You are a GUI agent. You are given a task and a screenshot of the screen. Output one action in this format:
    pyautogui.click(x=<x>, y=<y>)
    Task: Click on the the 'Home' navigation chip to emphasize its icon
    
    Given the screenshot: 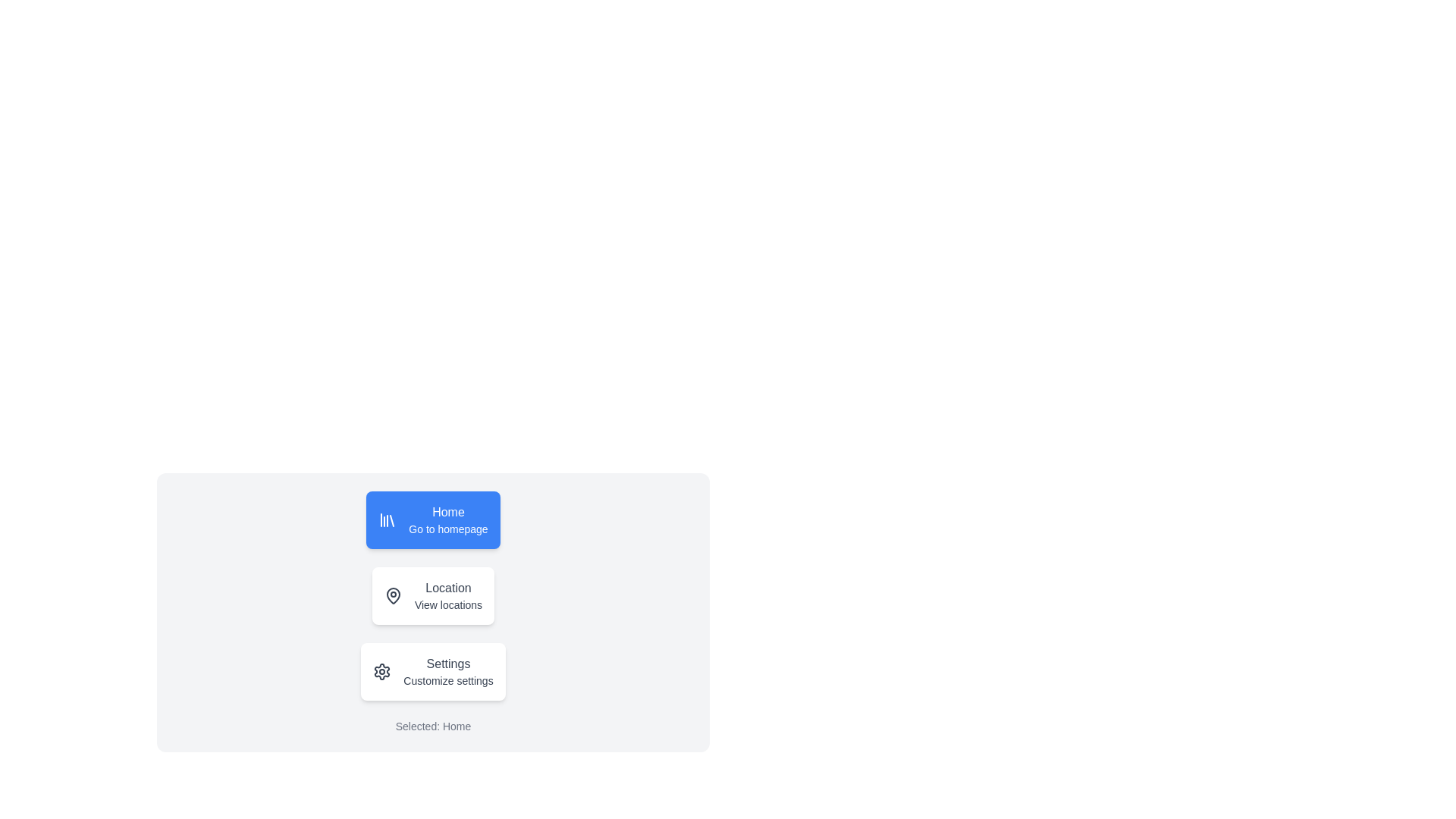 What is the action you would take?
    pyautogui.click(x=387, y=519)
    